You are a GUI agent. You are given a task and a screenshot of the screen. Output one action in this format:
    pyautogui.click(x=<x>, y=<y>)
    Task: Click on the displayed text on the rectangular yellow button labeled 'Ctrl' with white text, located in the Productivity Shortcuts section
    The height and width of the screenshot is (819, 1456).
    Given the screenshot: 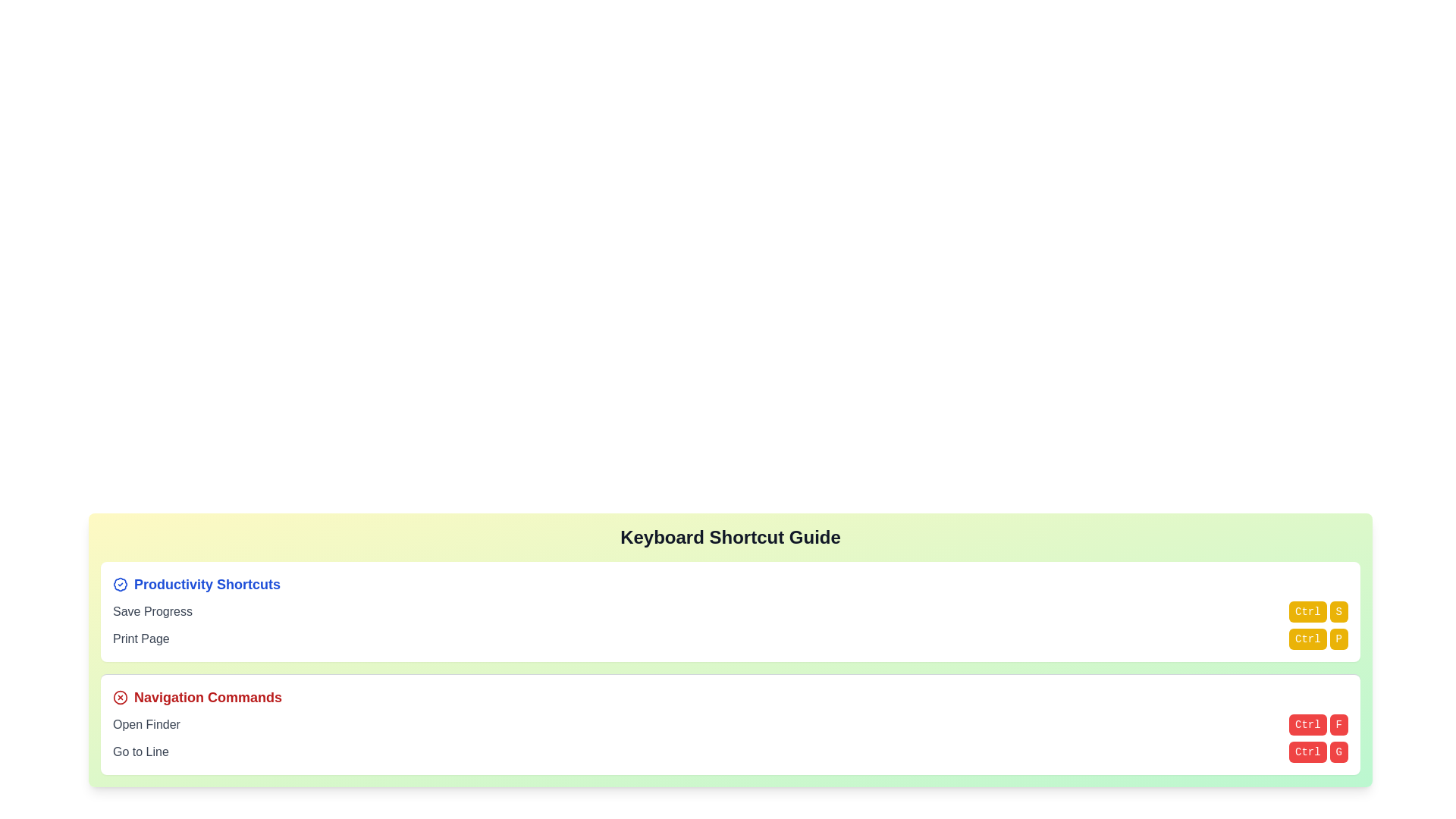 What is the action you would take?
    pyautogui.click(x=1307, y=610)
    